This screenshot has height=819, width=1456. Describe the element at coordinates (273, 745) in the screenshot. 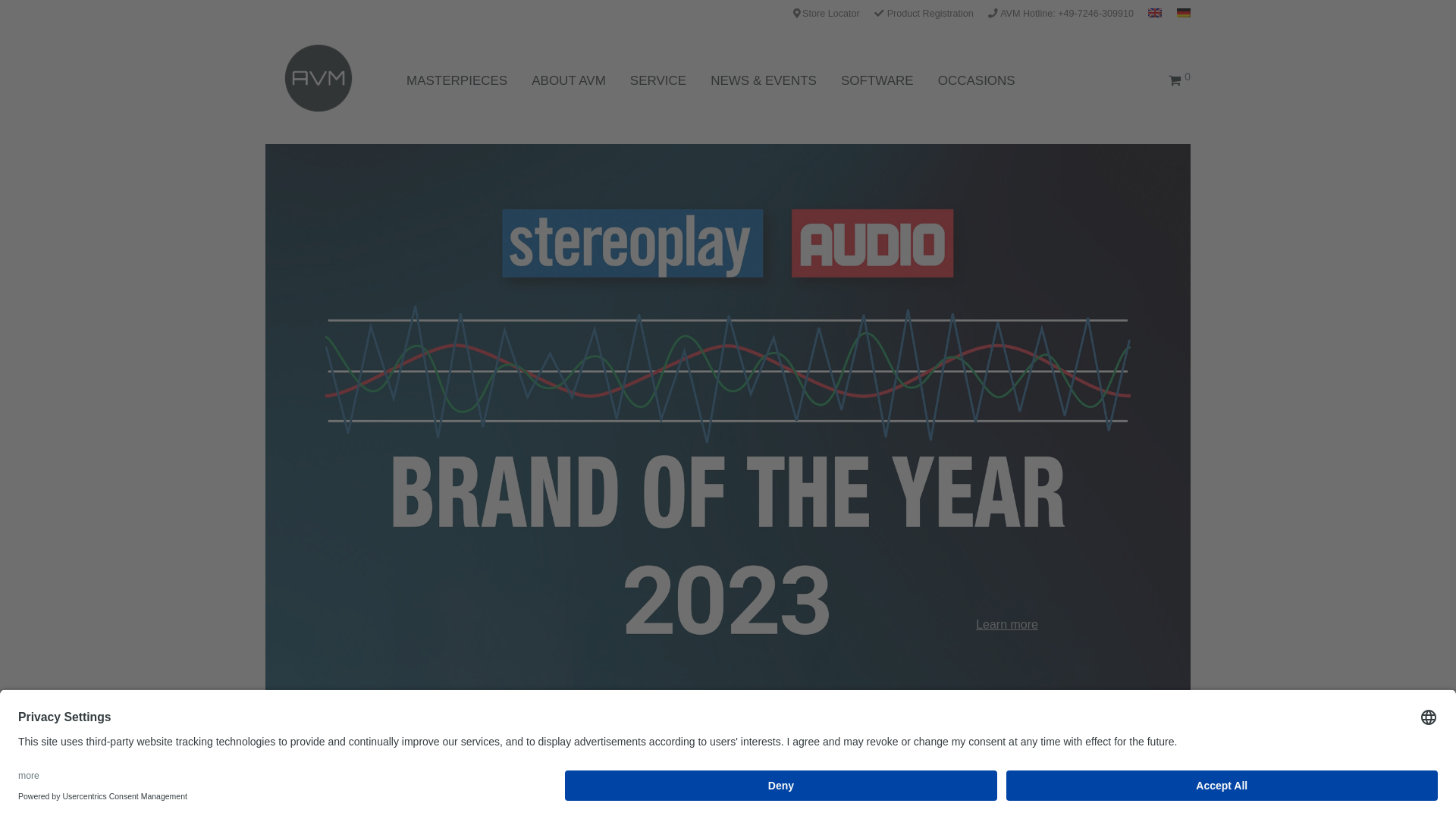

I see `'All'` at that location.